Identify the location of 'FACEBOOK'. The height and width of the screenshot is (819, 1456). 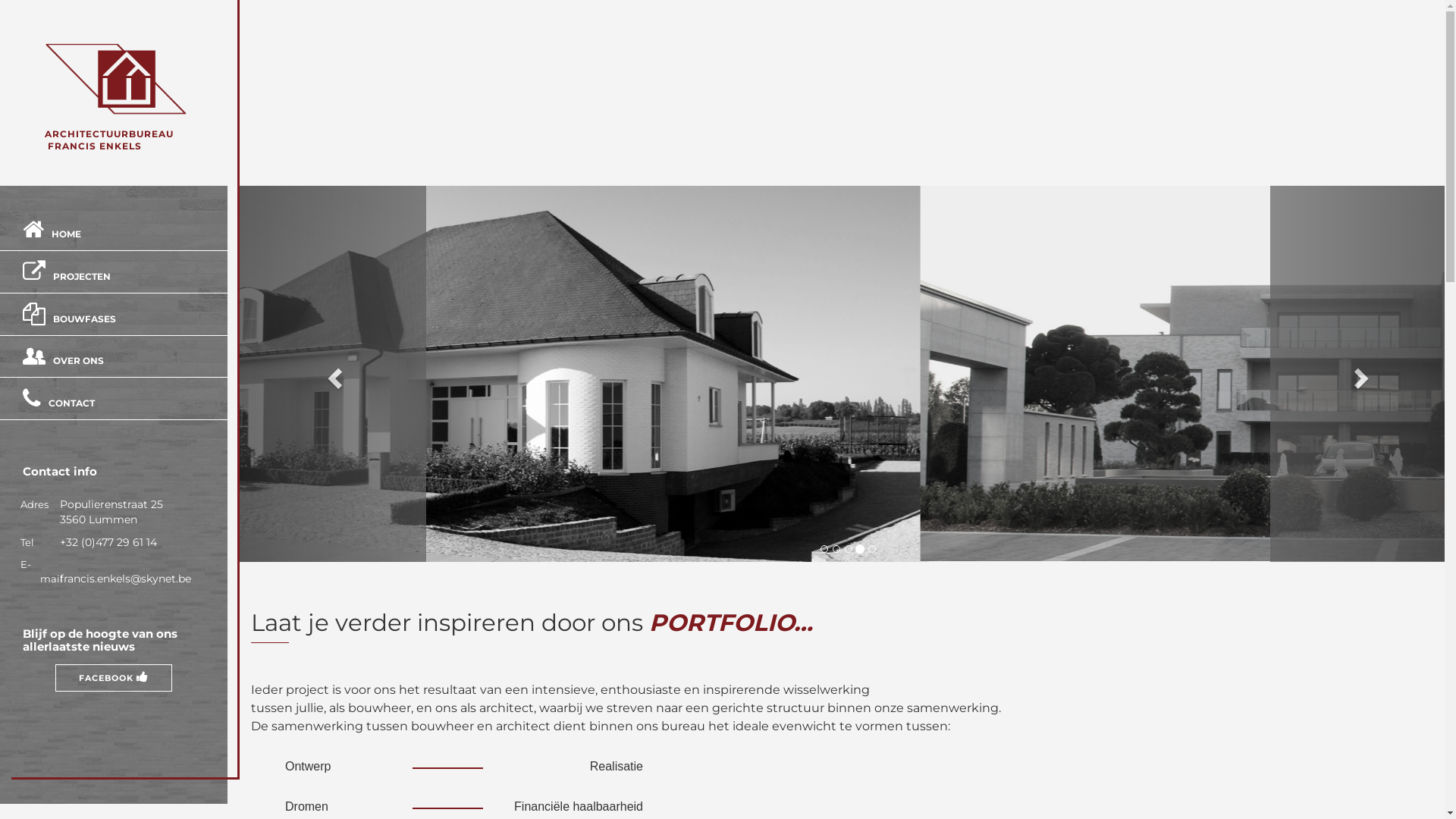
(112, 677).